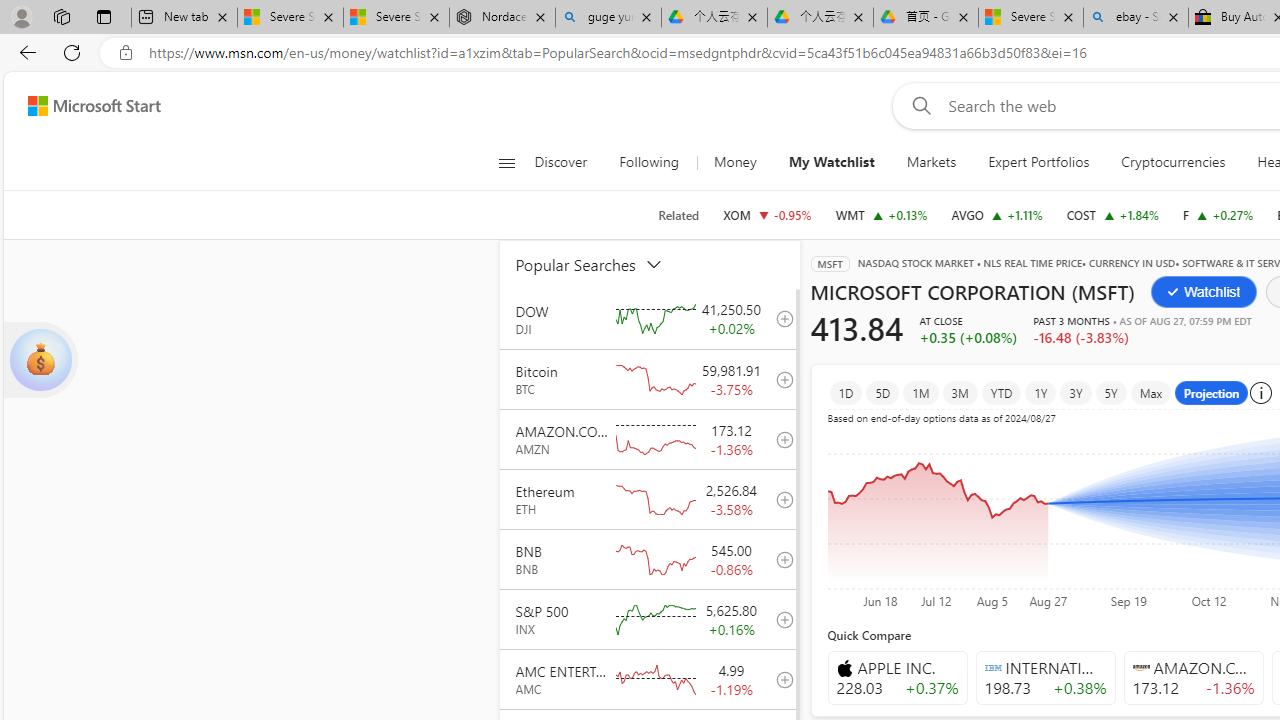 This screenshot has width=1280, height=720. Describe the element at coordinates (506, 162) in the screenshot. I see `'Class: button-glyph'` at that location.